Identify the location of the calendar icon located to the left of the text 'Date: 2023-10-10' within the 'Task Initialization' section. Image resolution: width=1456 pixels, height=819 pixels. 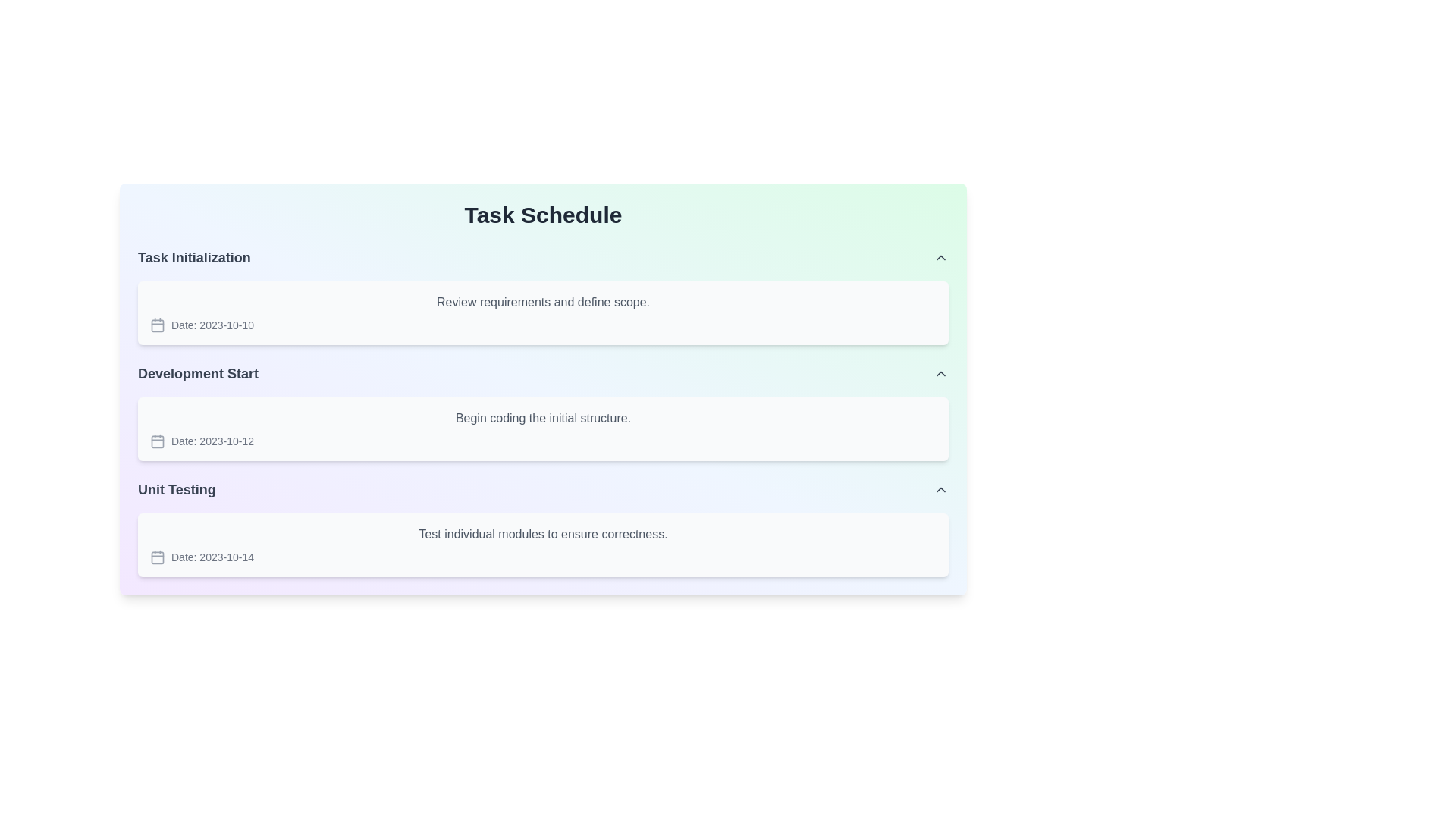
(157, 324).